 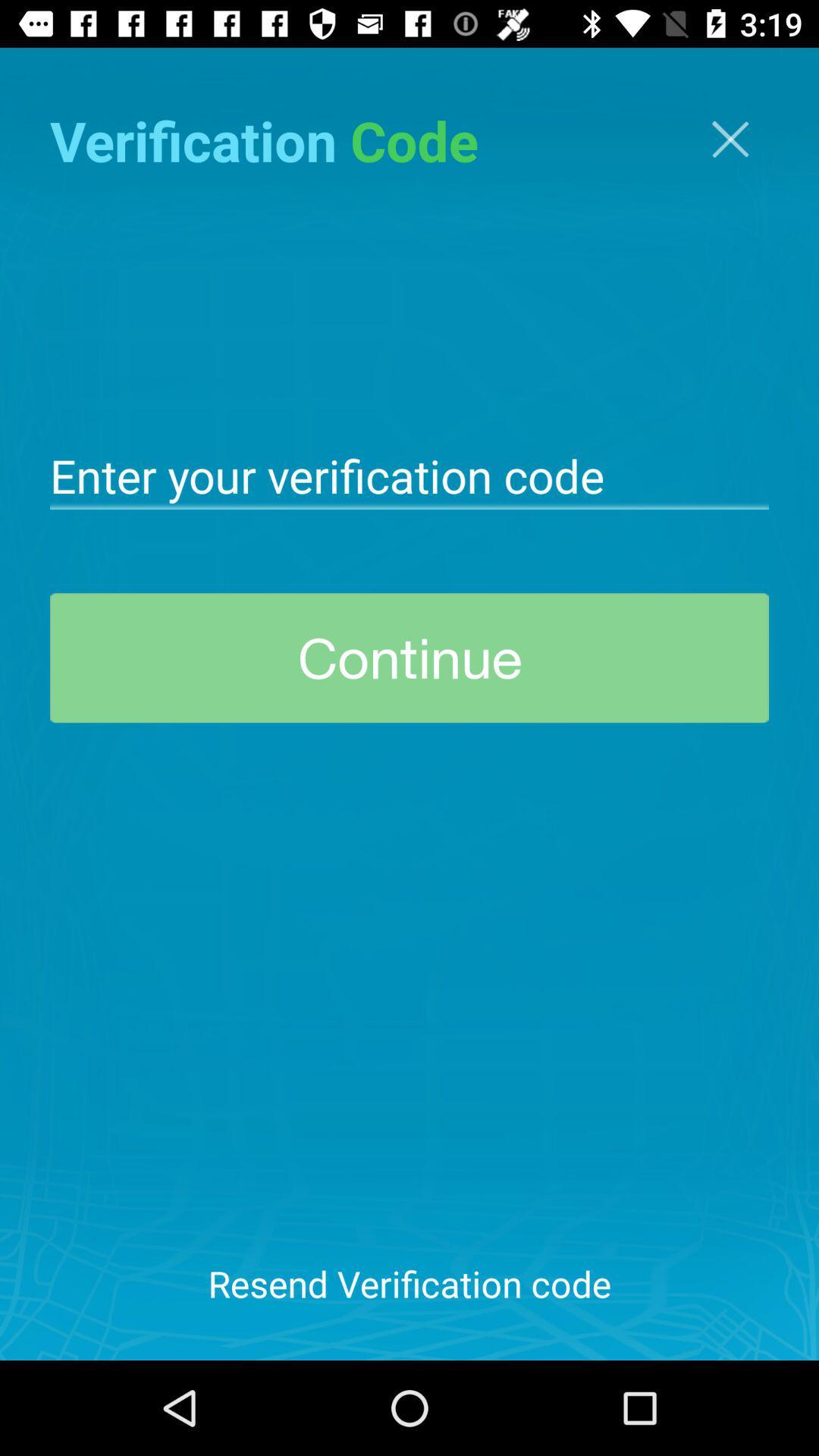 What do you see at coordinates (730, 139) in the screenshot?
I see `the close icon` at bounding box center [730, 139].